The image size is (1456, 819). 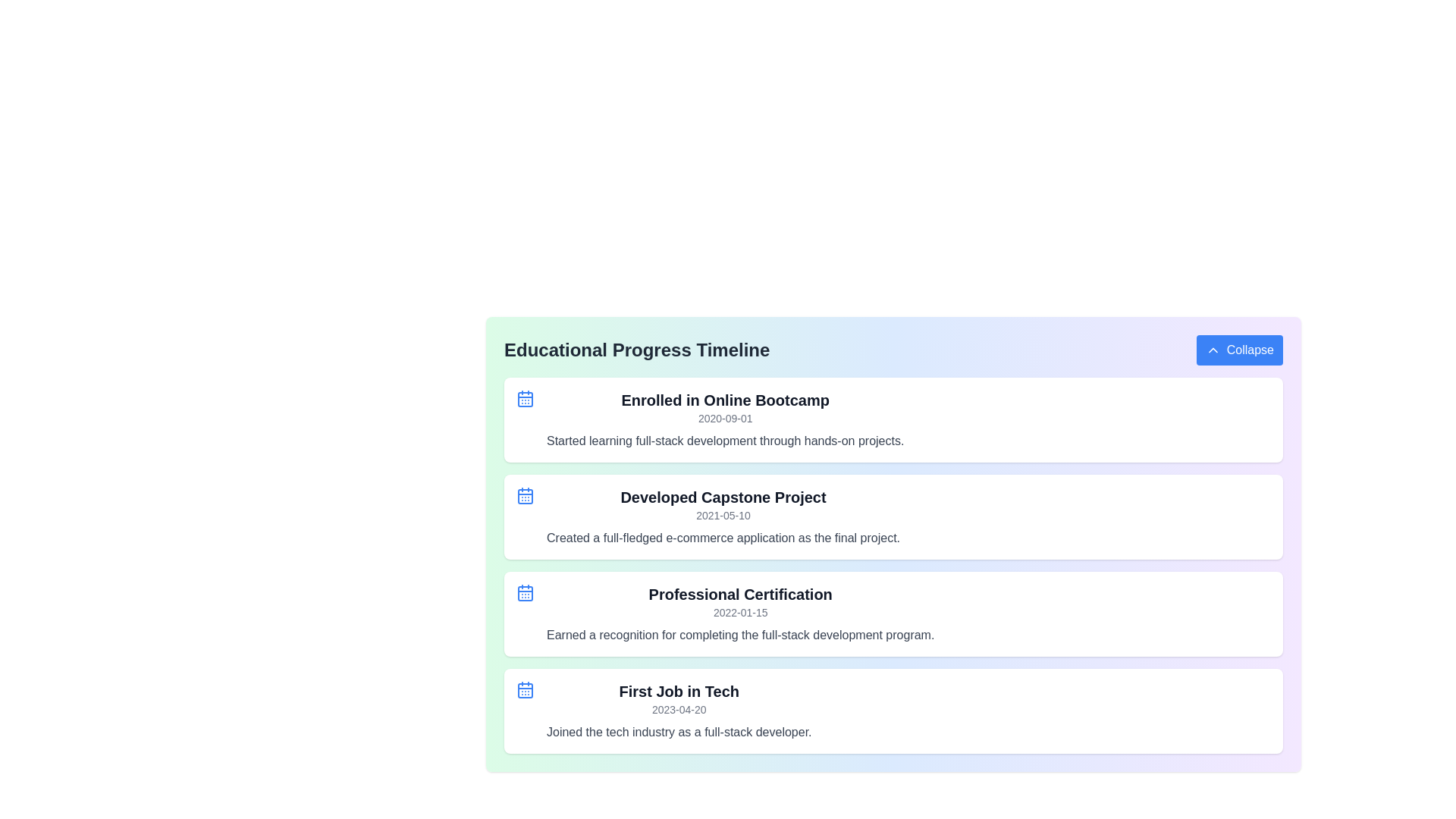 I want to click on the calendar icon element, which is the third SVG rectangle with rounded corners representing the date 'Developed Capstone Project', so click(x=525, y=497).